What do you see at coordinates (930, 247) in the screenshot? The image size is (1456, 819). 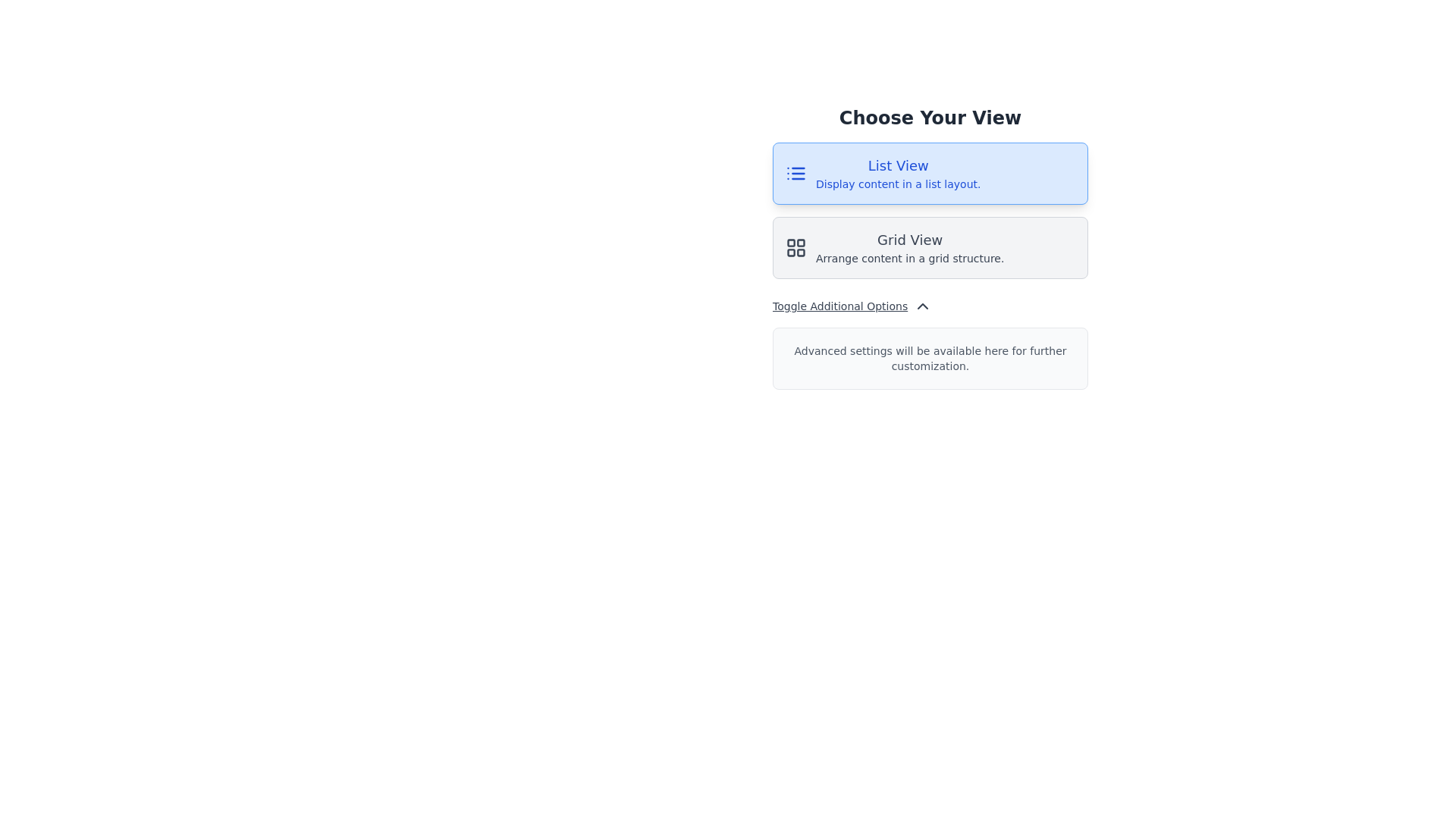 I see `the 'Grid View' button, which features a light gray background, gray text, and an icon of a small grid to the left of the text for focus indication` at bounding box center [930, 247].